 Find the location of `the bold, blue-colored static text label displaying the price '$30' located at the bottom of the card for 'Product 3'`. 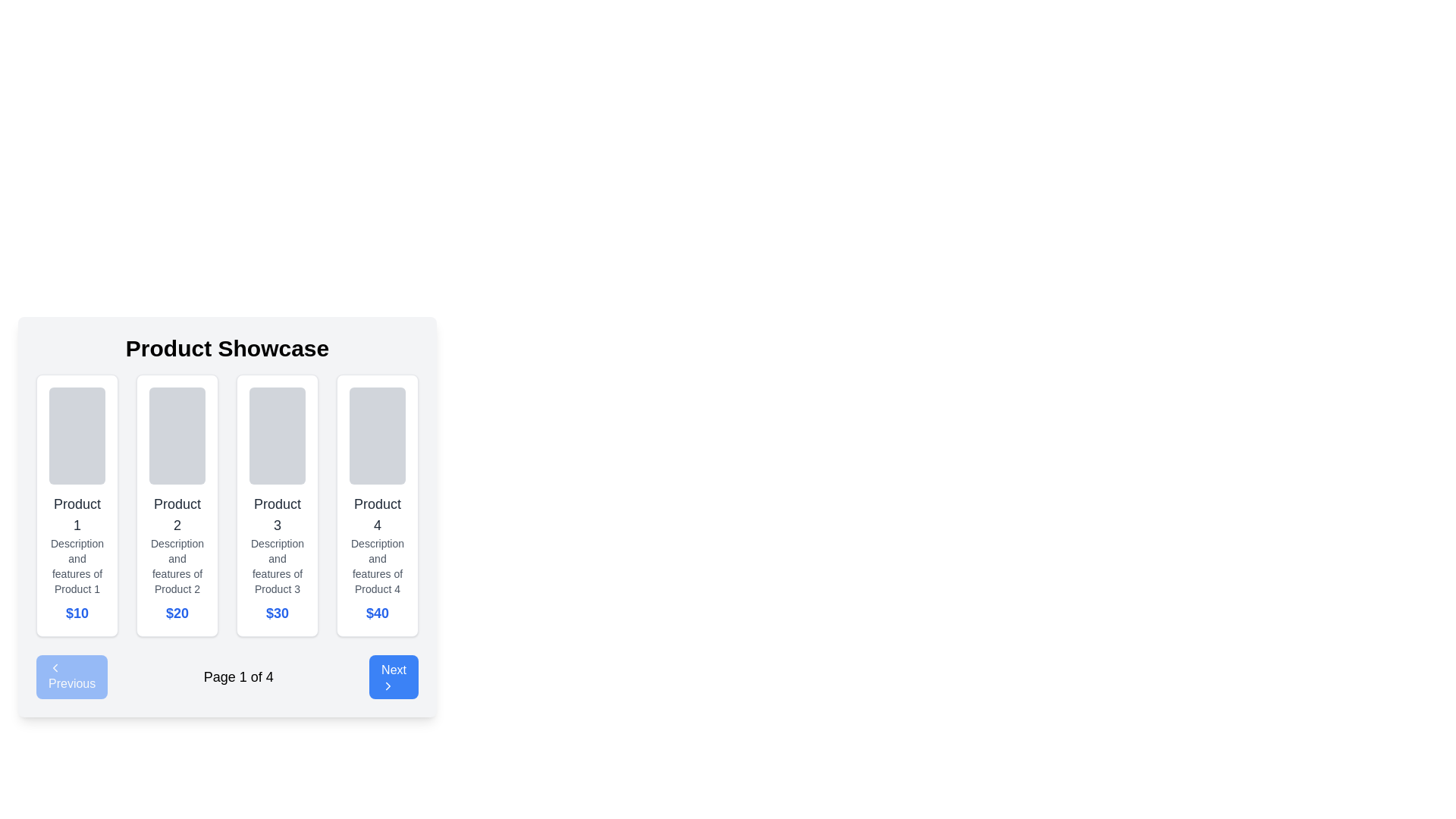

the bold, blue-colored static text label displaying the price '$30' located at the bottom of the card for 'Product 3' is located at coordinates (277, 613).